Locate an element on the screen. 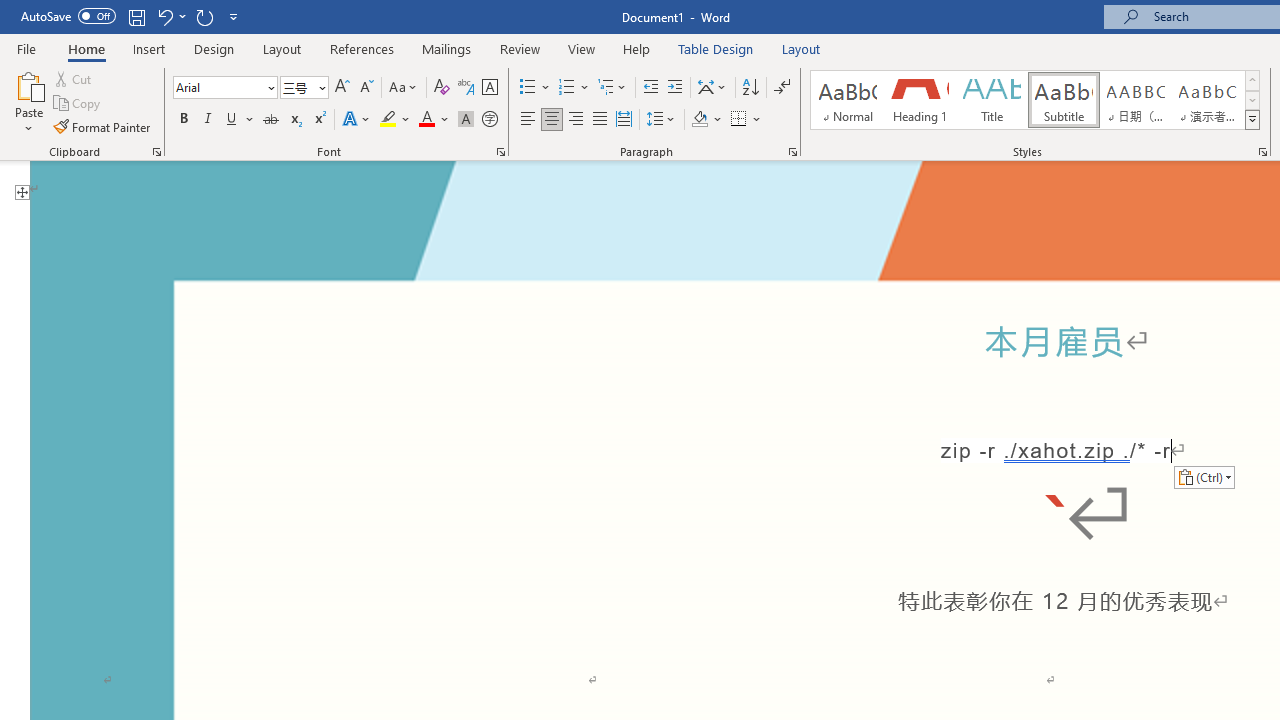 The image size is (1280, 720). 'Character Shading' is located at coordinates (464, 119).